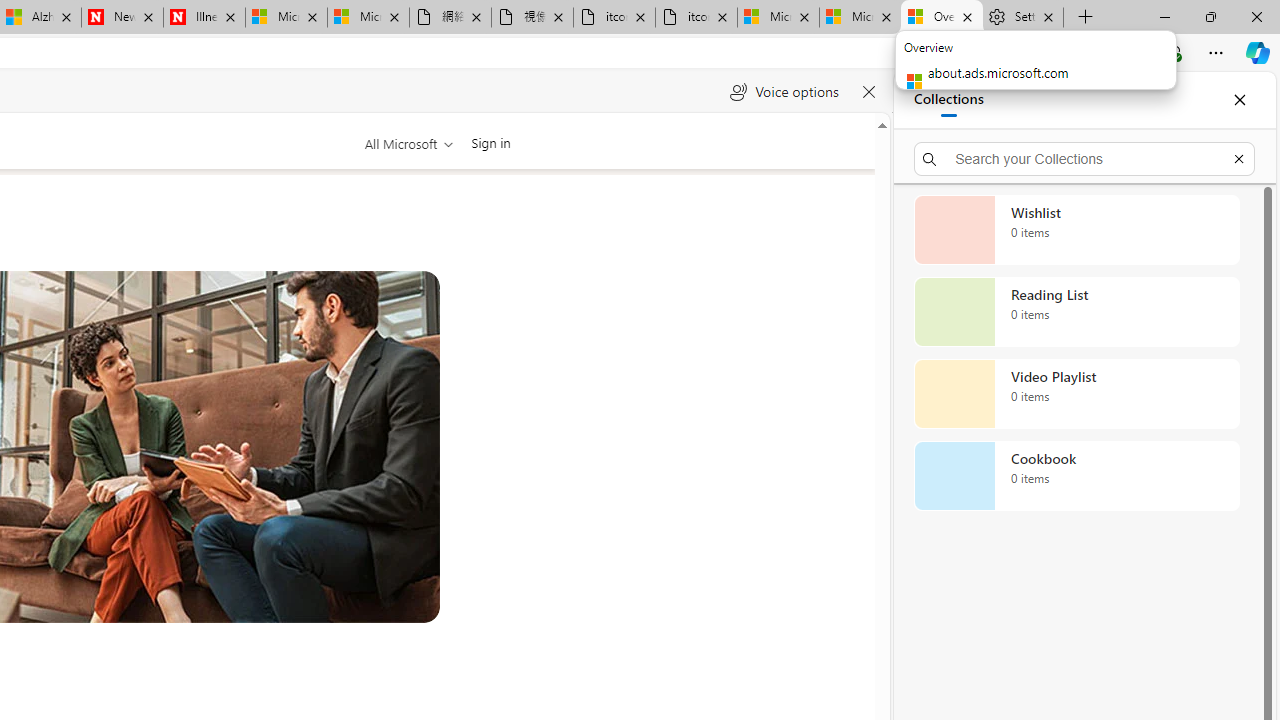 The width and height of the screenshot is (1280, 720). What do you see at coordinates (696, 17) in the screenshot?
I see `'itconcepthk.com/projector_solutions.mp4'` at bounding box center [696, 17].